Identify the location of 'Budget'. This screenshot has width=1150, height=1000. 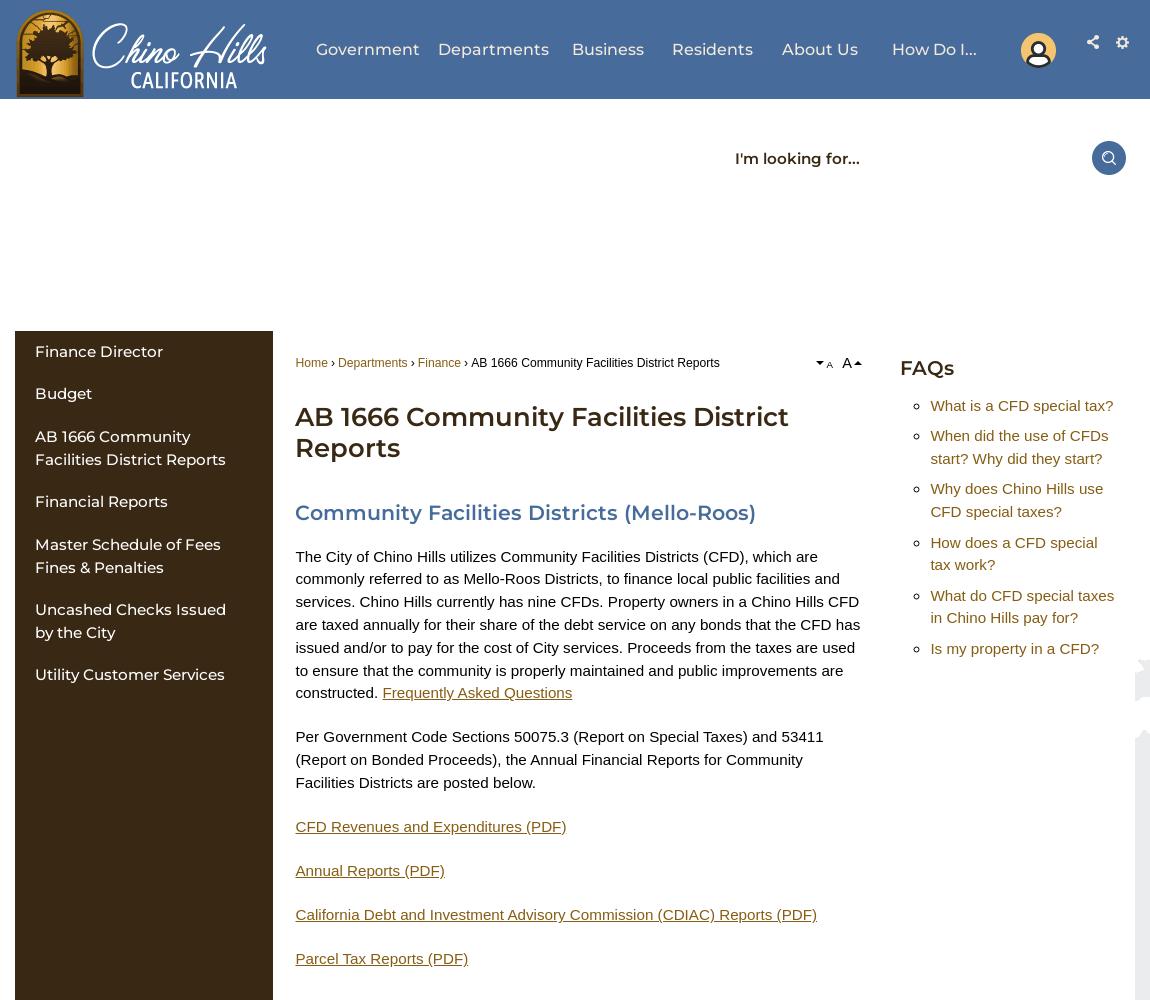
(61, 393).